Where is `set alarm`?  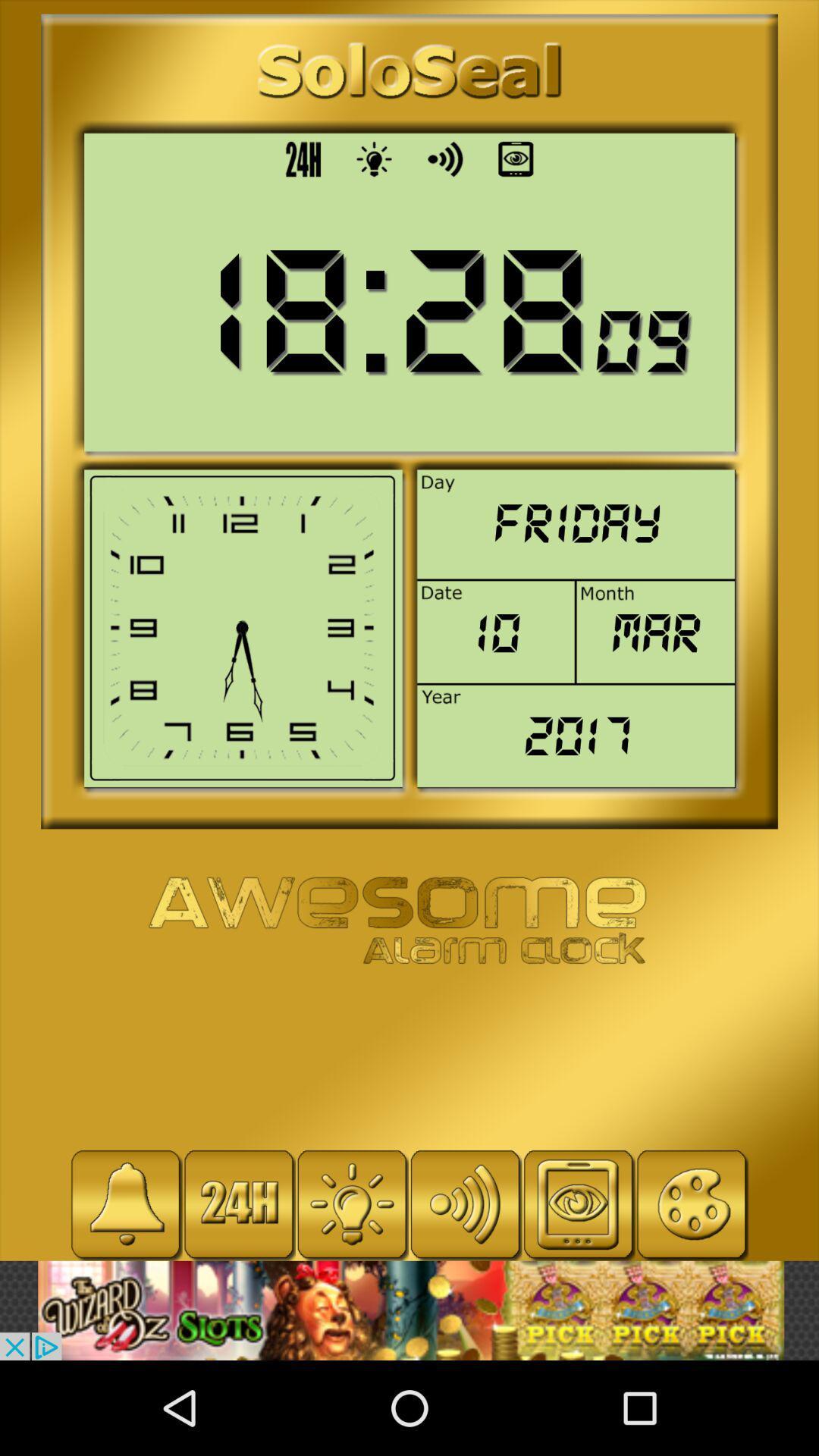 set alarm is located at coordinates (125, 1203).